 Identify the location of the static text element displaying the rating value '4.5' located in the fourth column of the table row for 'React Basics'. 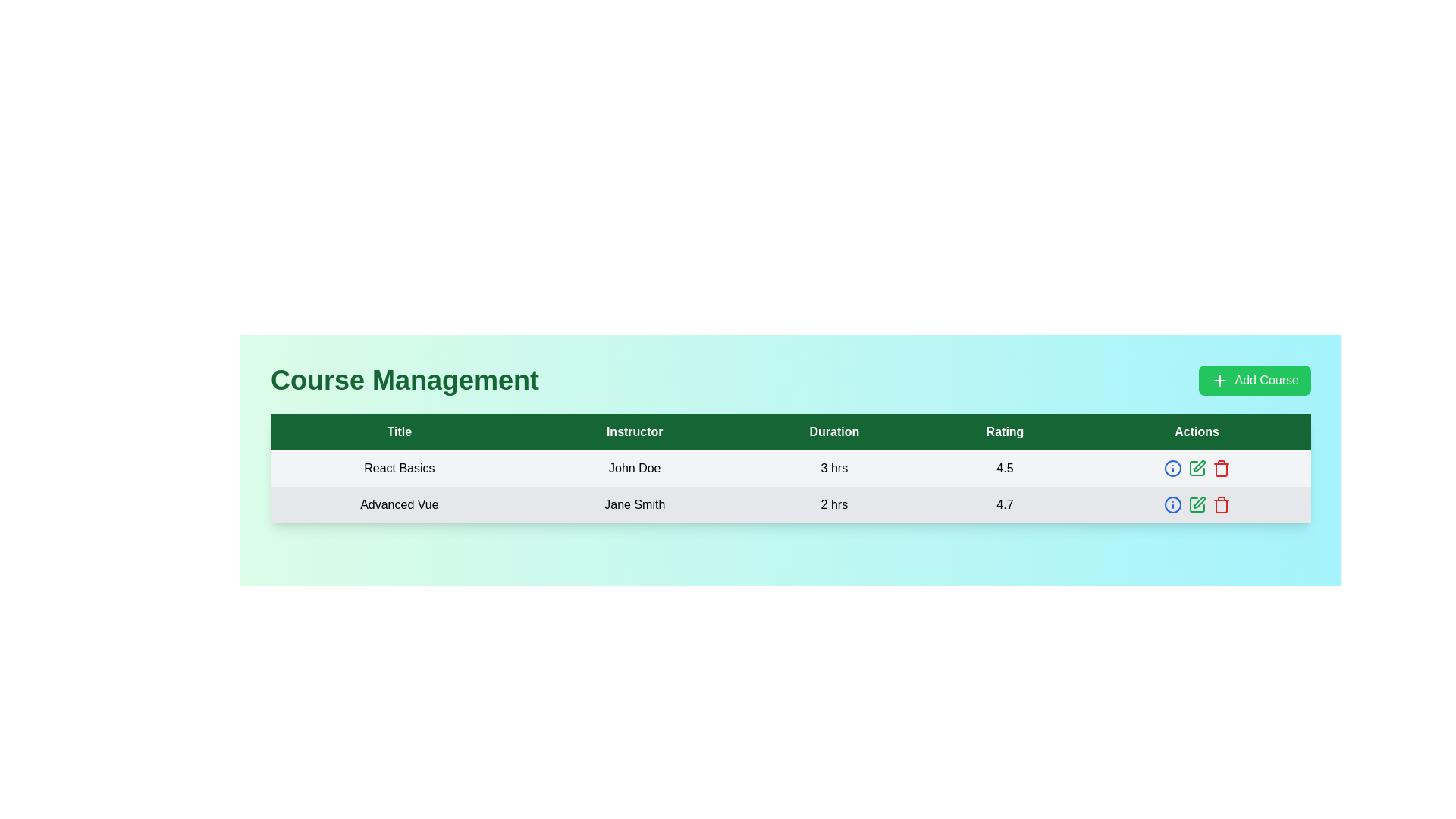
(1005, 467).